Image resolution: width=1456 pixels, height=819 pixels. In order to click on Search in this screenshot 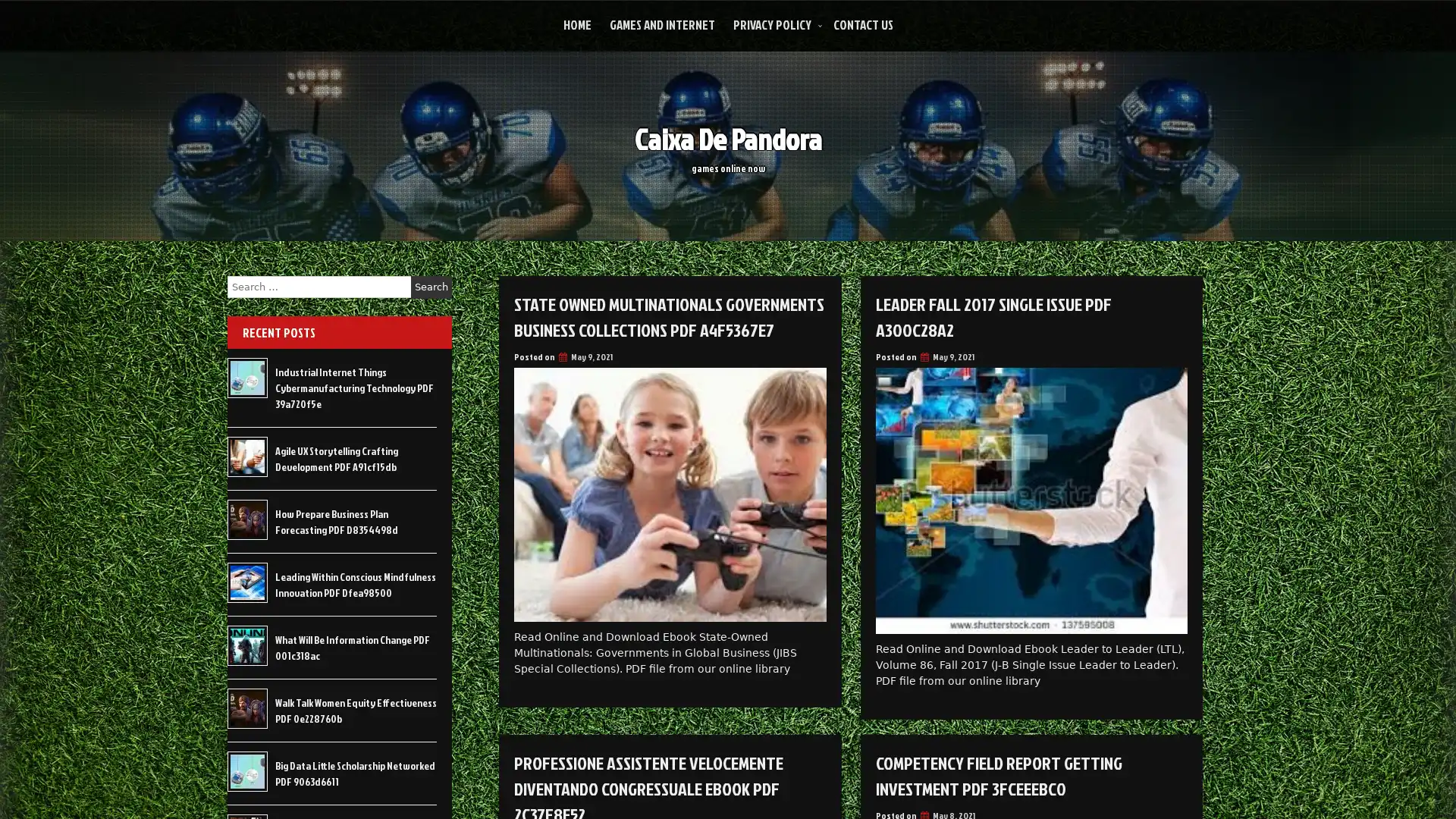, I will do `click(431, 287)`.